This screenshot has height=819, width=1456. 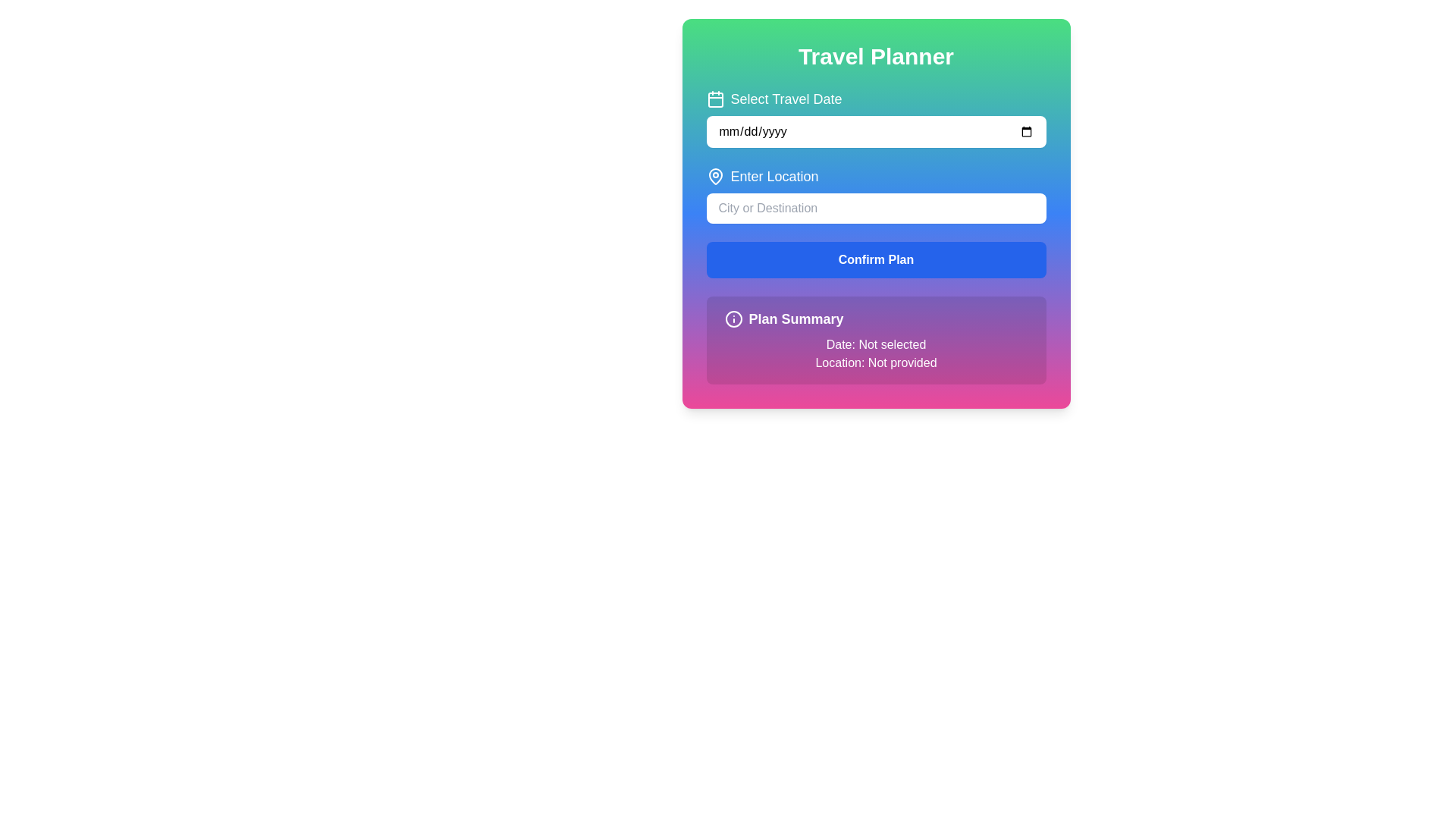 What do you see at coordinates (714, 175) in the screenshot?
I see `the map pin icon that is located to the left of the 'Enter Location' text within the 'Travel Planner' form, which is aligned with the 'City or Destination' input box` at bounding box center [714, 175].